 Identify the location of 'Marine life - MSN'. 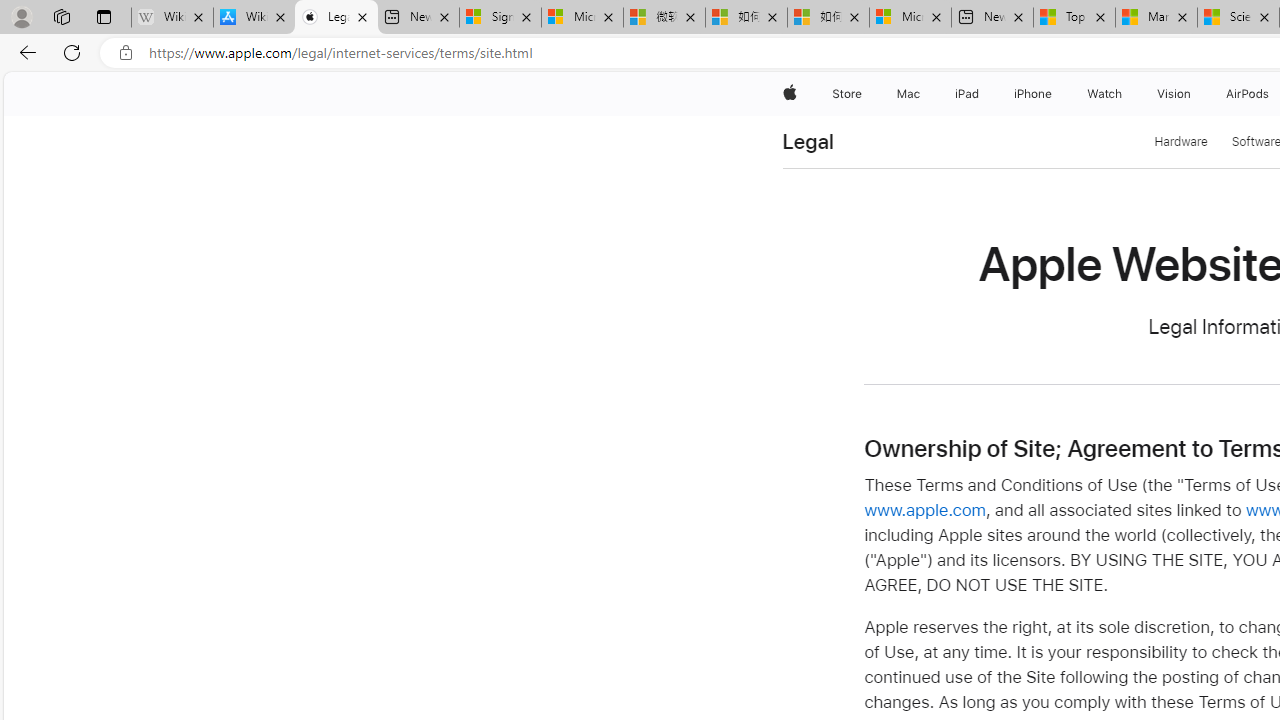
(1156, 17).